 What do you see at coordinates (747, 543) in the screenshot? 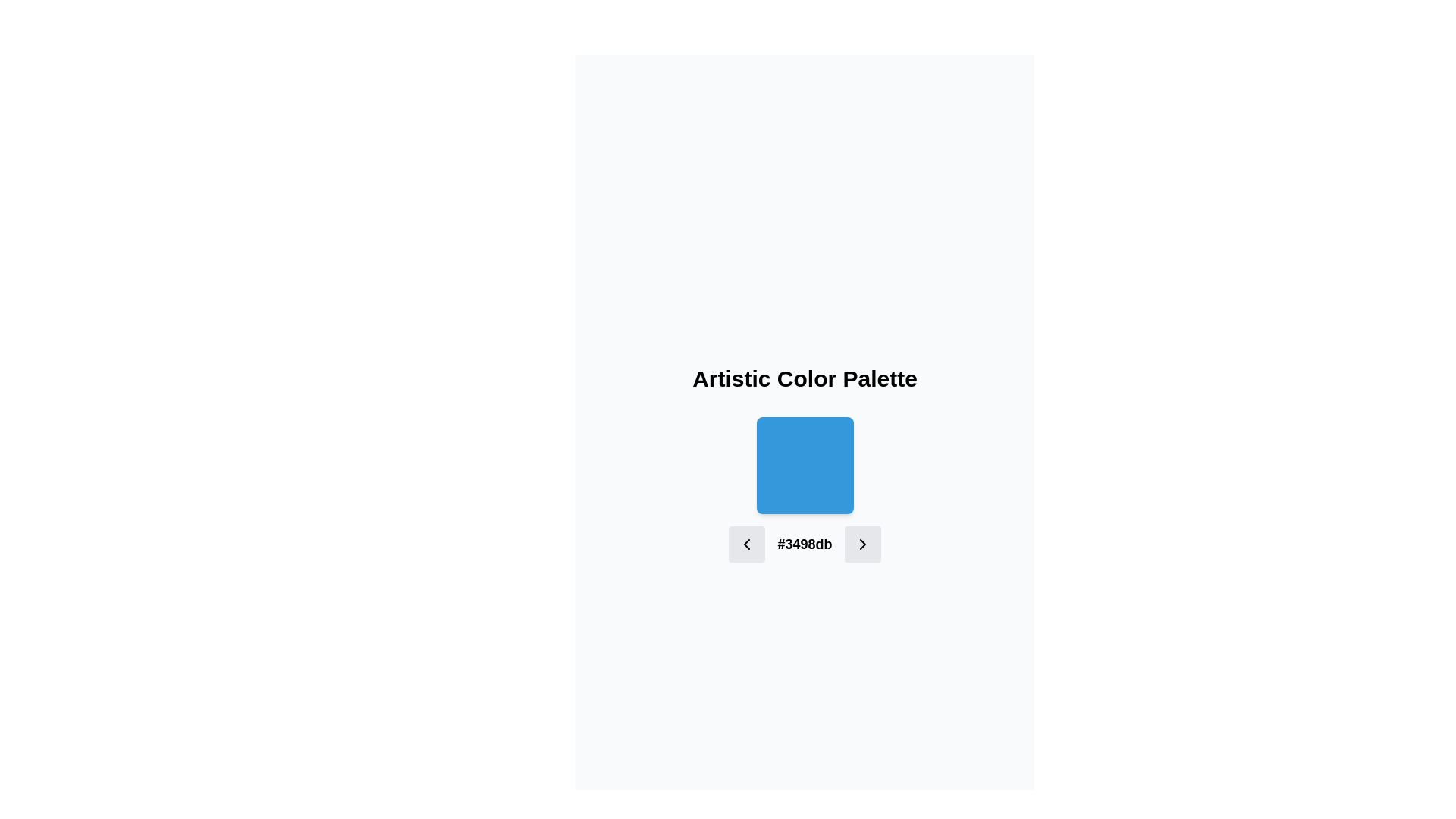
I see `the navigation button located to the left of the color code text '#3498db'` at bounding box center [747, 543].